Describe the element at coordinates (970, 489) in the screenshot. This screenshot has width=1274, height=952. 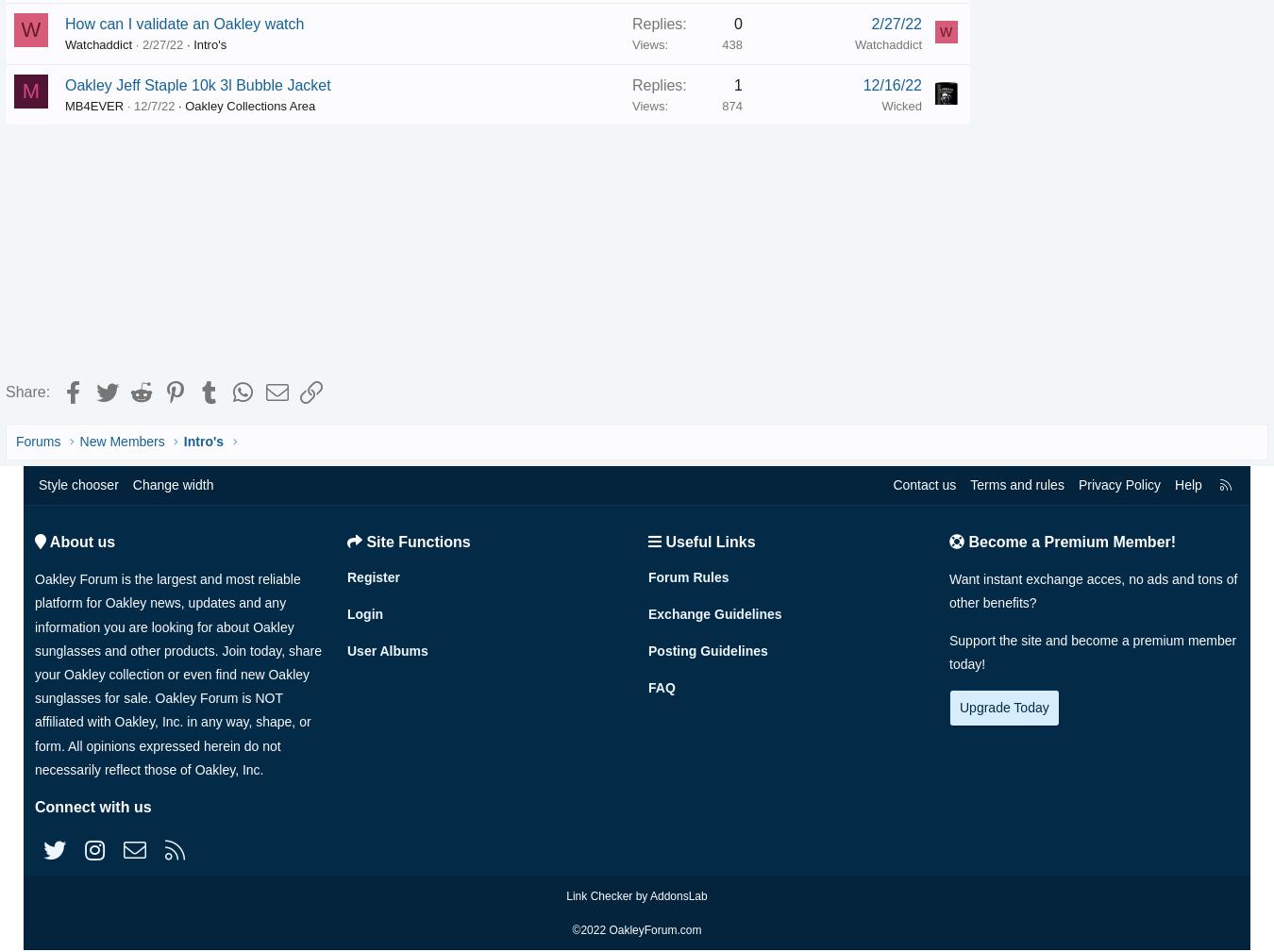
I see `'Terms and rules'` at that location.